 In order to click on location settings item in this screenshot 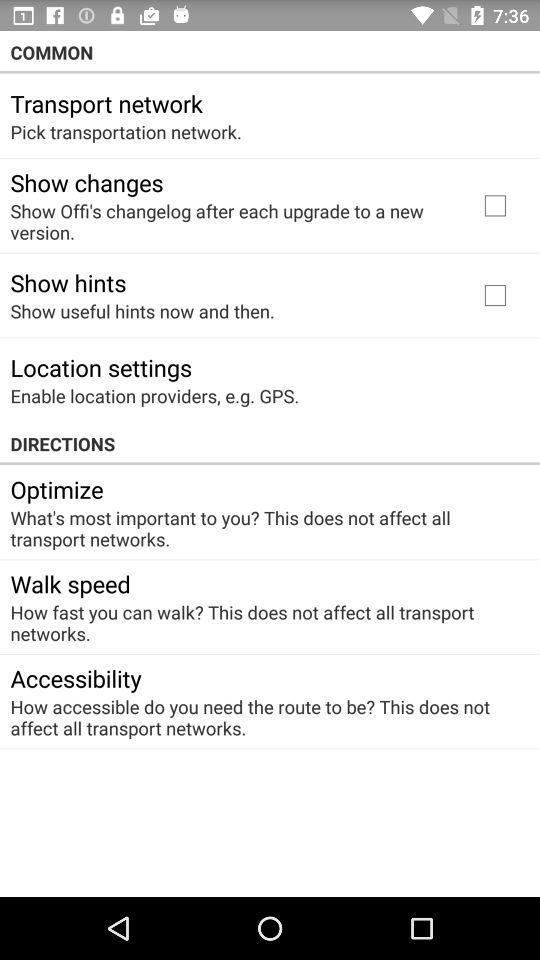, I will do `click(100, 366)`.